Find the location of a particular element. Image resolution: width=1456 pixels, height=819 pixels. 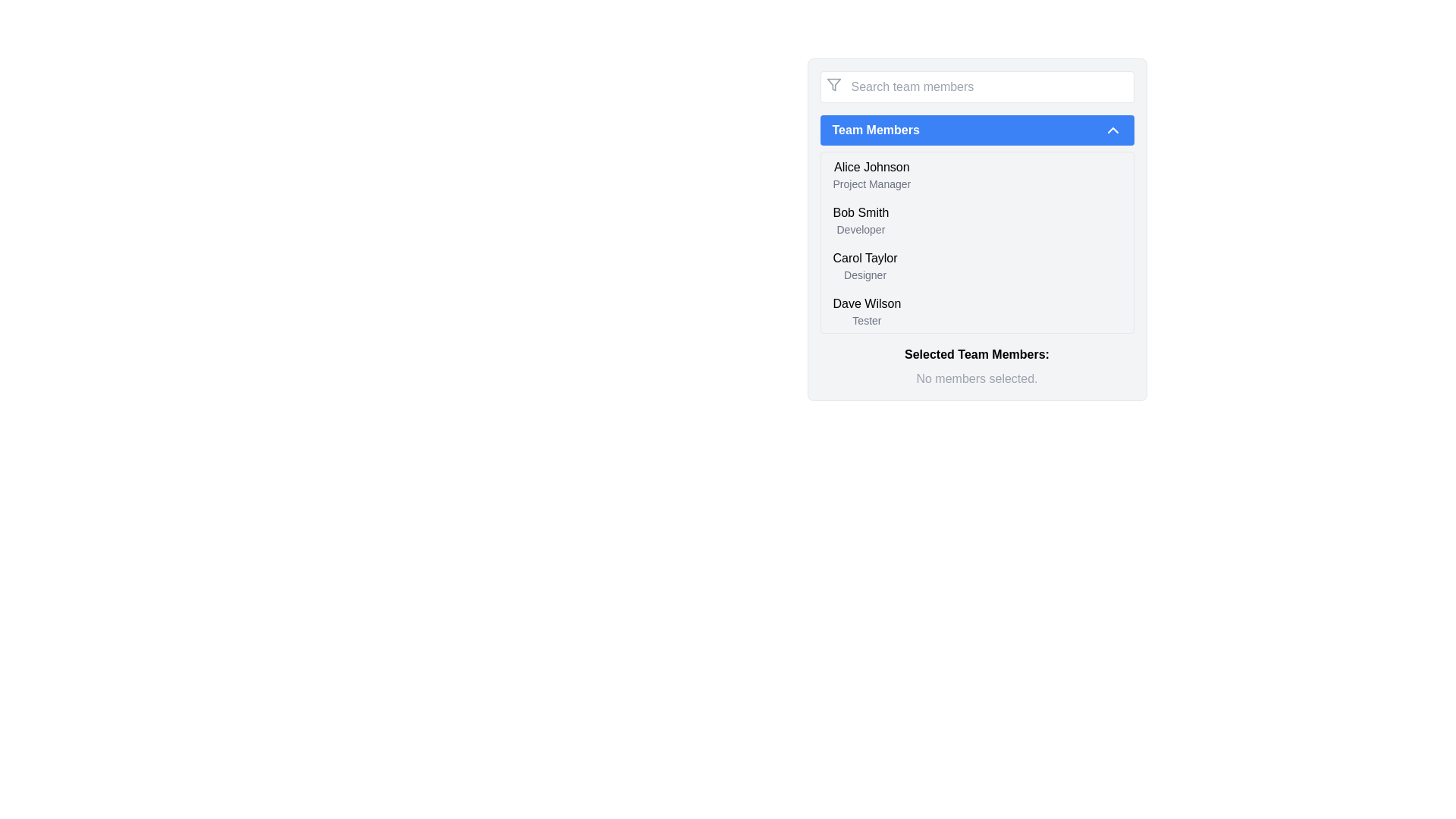

the static text label that describes the role or title associated with 'Alice Johnson', located in the middle of the 'Team Members' list box is located at coordinates (871, 184).